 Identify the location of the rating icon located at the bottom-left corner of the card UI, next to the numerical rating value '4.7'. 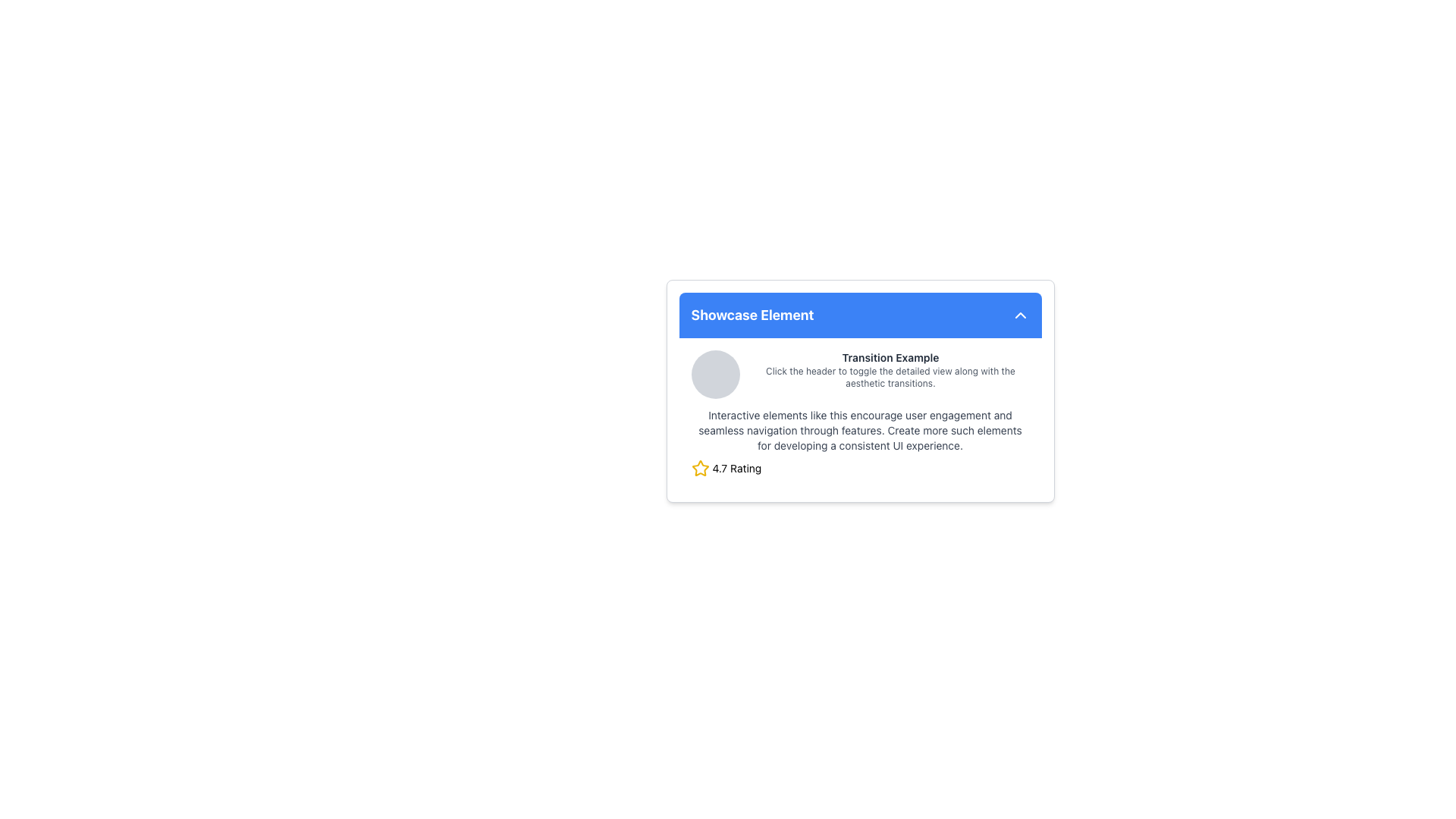
(699, 467).